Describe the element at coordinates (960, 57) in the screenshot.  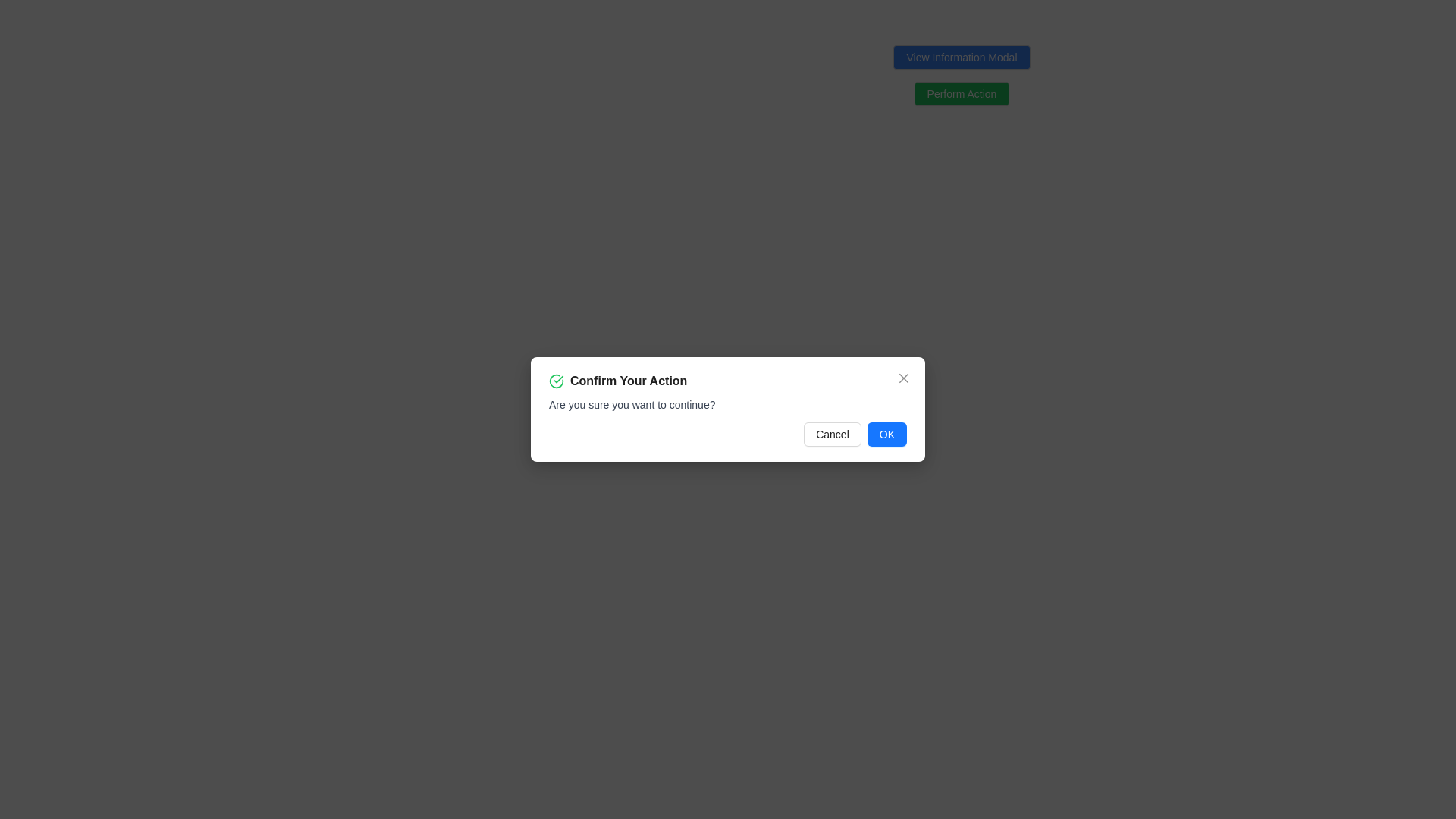
I see `the button labeled 'View Information Modal' which has a blue background and white text, located in the top-right quarter of the interface` at that location.